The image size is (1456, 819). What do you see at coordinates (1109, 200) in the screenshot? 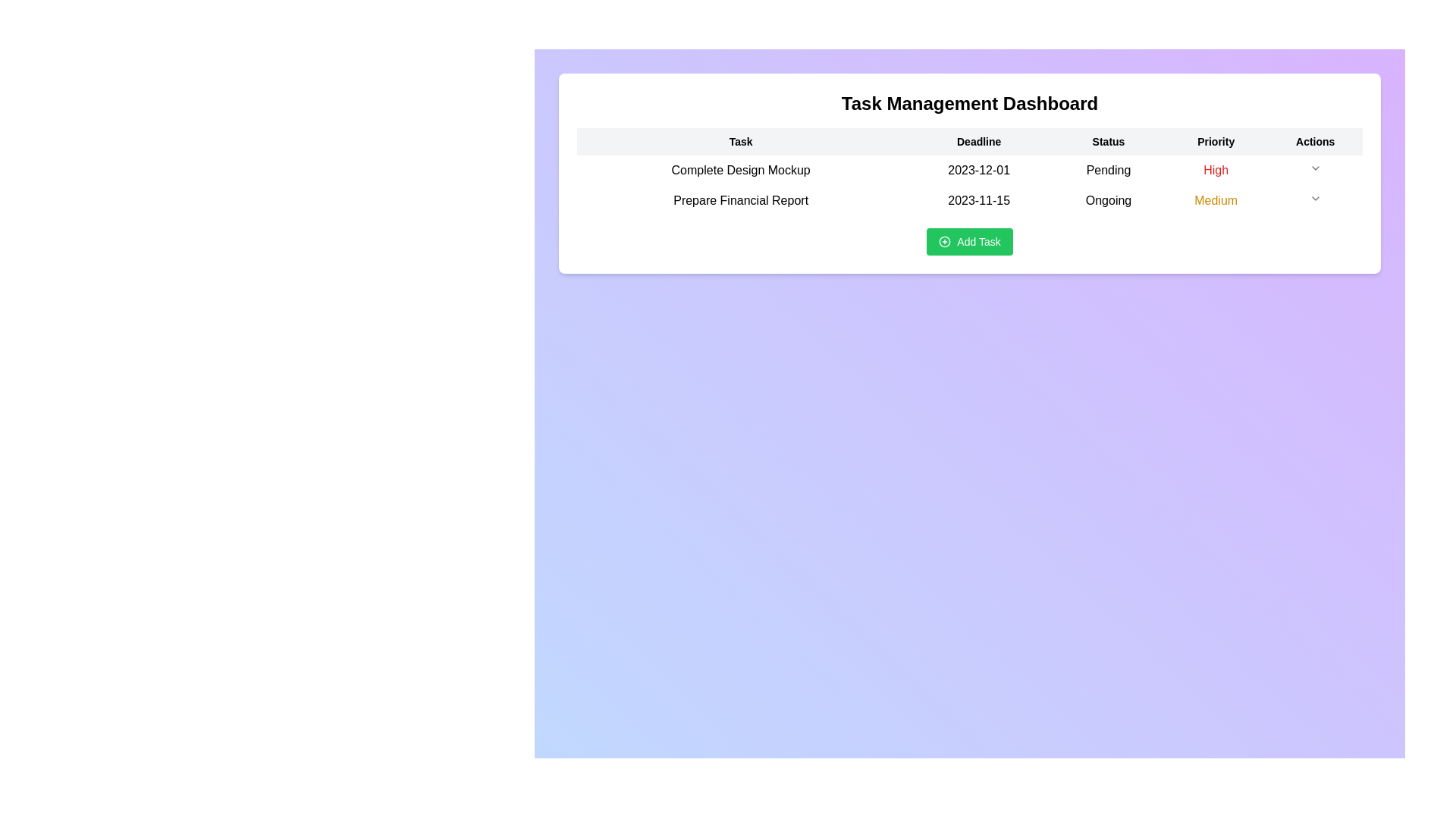
I see `the 'Ongoing' status text label located in the 'Status' column of the second row in the task list table, which is aligned with the 'Prepare Financial Report' task` at bounding box center [1109, 200].